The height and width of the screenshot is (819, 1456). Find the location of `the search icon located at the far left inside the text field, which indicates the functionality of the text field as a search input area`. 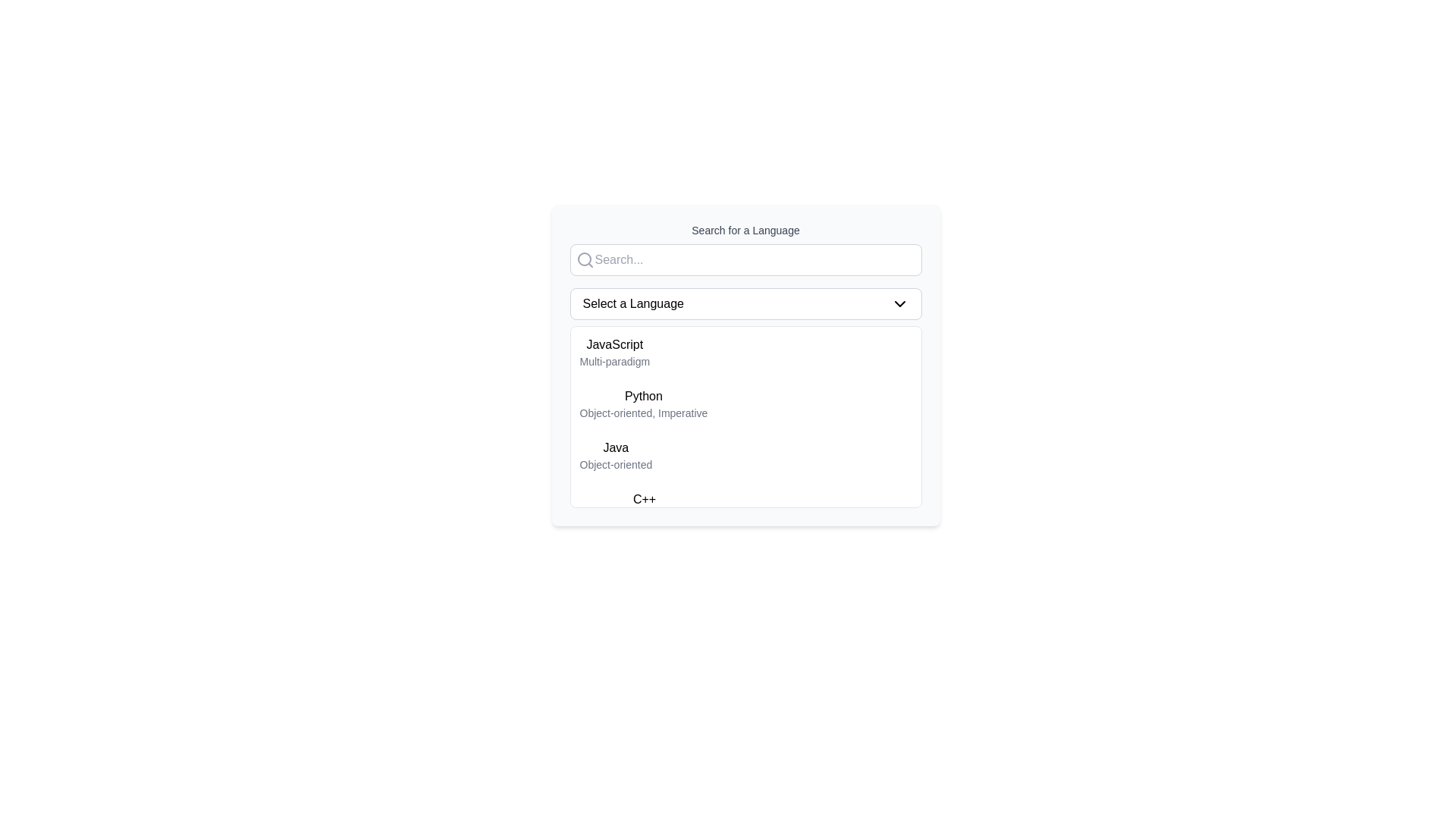

the search icon located at the far left inside the text field, which indicates the functionality of the text field as a search input area is located at coordinates (584, 259).